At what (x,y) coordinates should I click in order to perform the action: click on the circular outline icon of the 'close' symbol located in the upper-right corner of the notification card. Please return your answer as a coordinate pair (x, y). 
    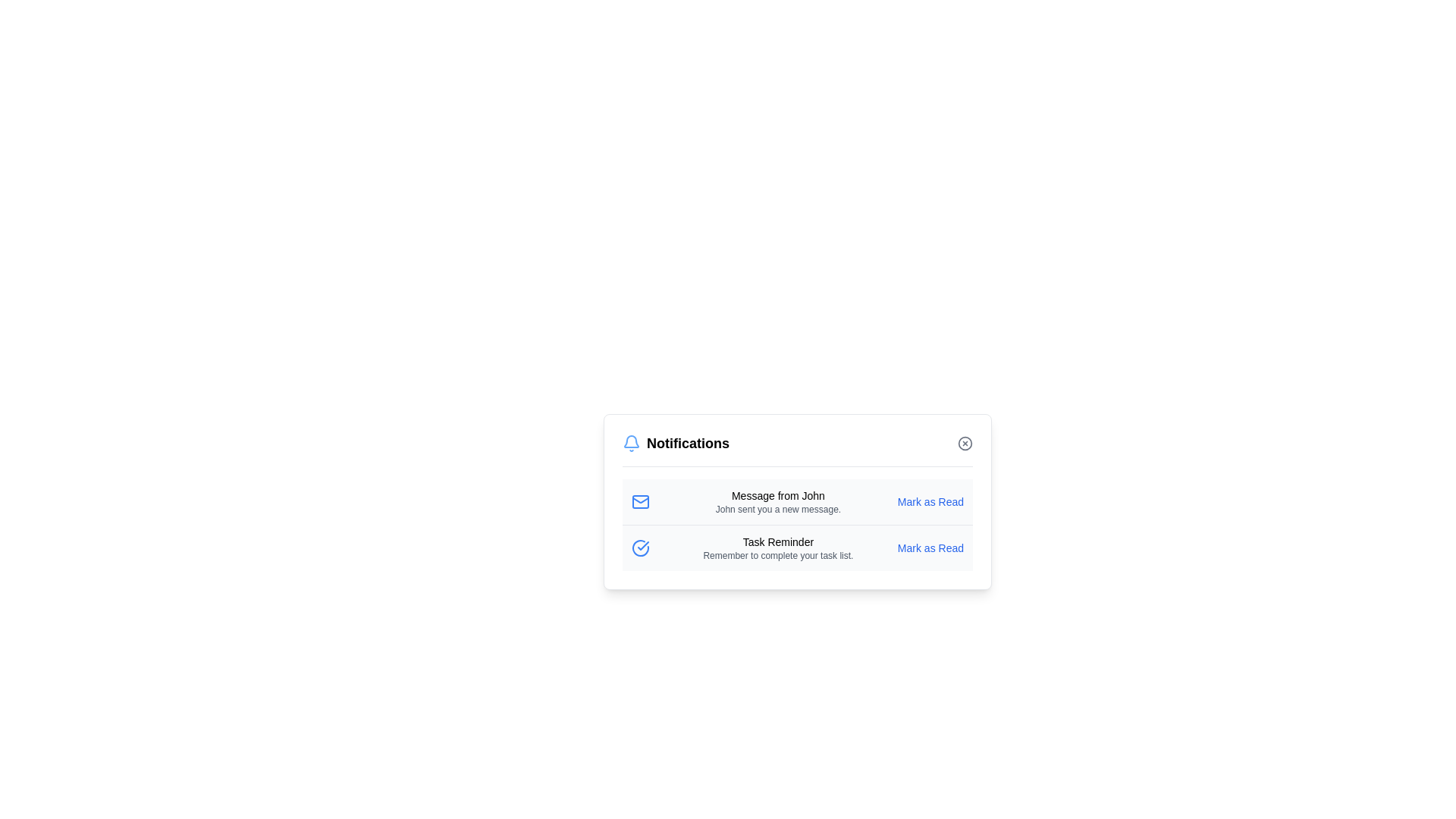
    Looking at the image, I should click on (964, 444).